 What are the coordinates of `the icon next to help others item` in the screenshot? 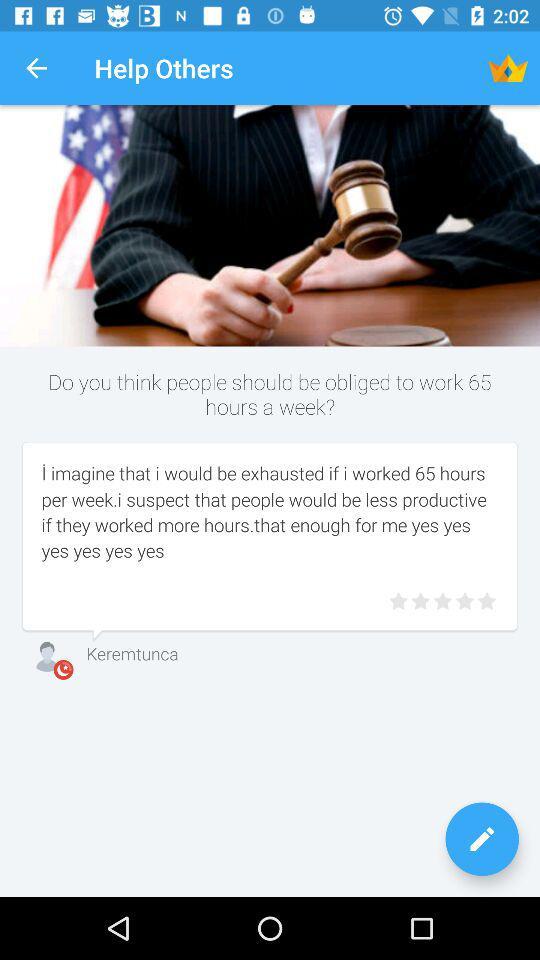 It's located at (508, 68).